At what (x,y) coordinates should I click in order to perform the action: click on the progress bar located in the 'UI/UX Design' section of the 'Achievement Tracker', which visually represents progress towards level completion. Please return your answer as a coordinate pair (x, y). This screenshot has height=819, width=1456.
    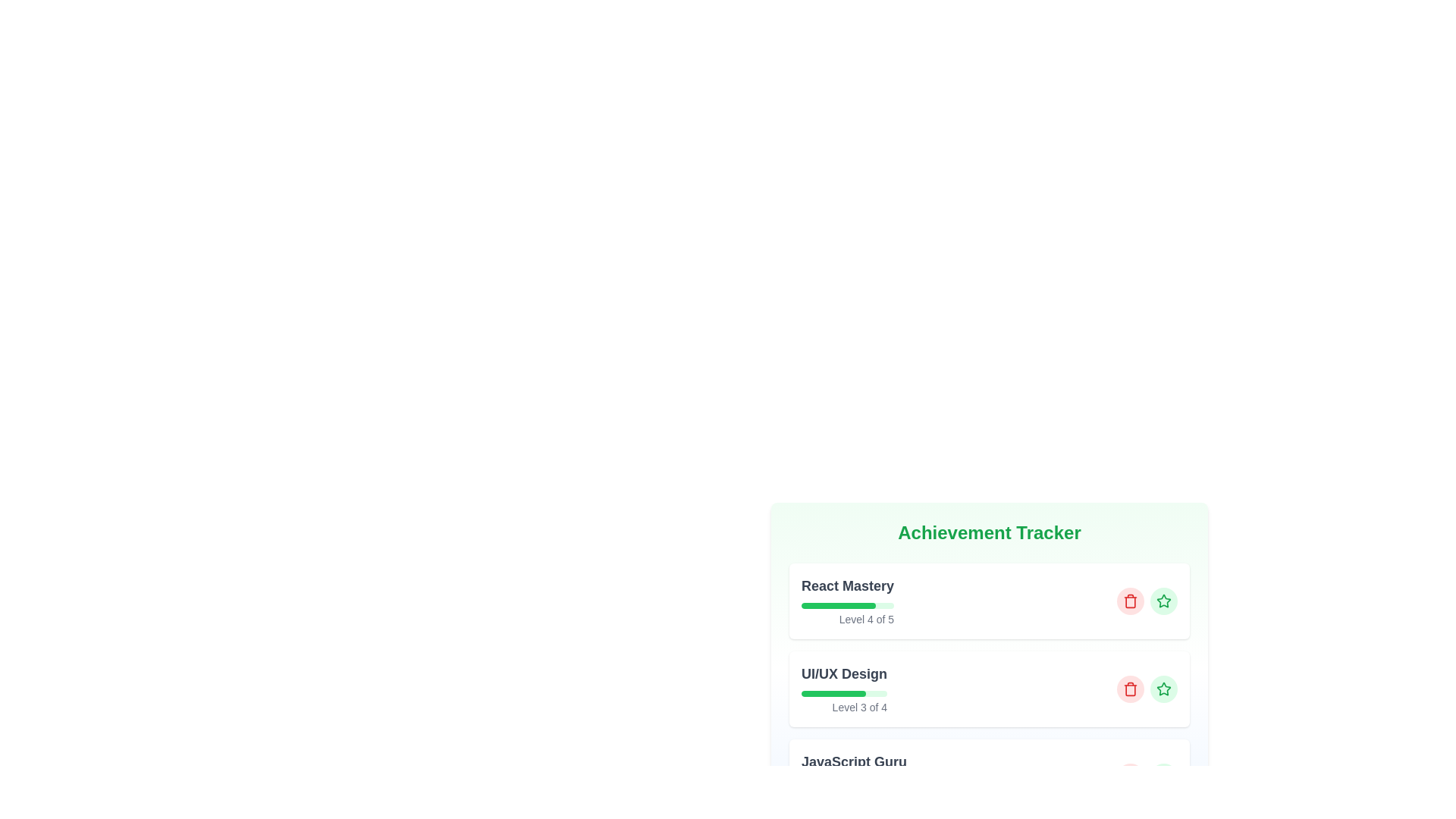
    Looking at the image, I should click on (843, 693).